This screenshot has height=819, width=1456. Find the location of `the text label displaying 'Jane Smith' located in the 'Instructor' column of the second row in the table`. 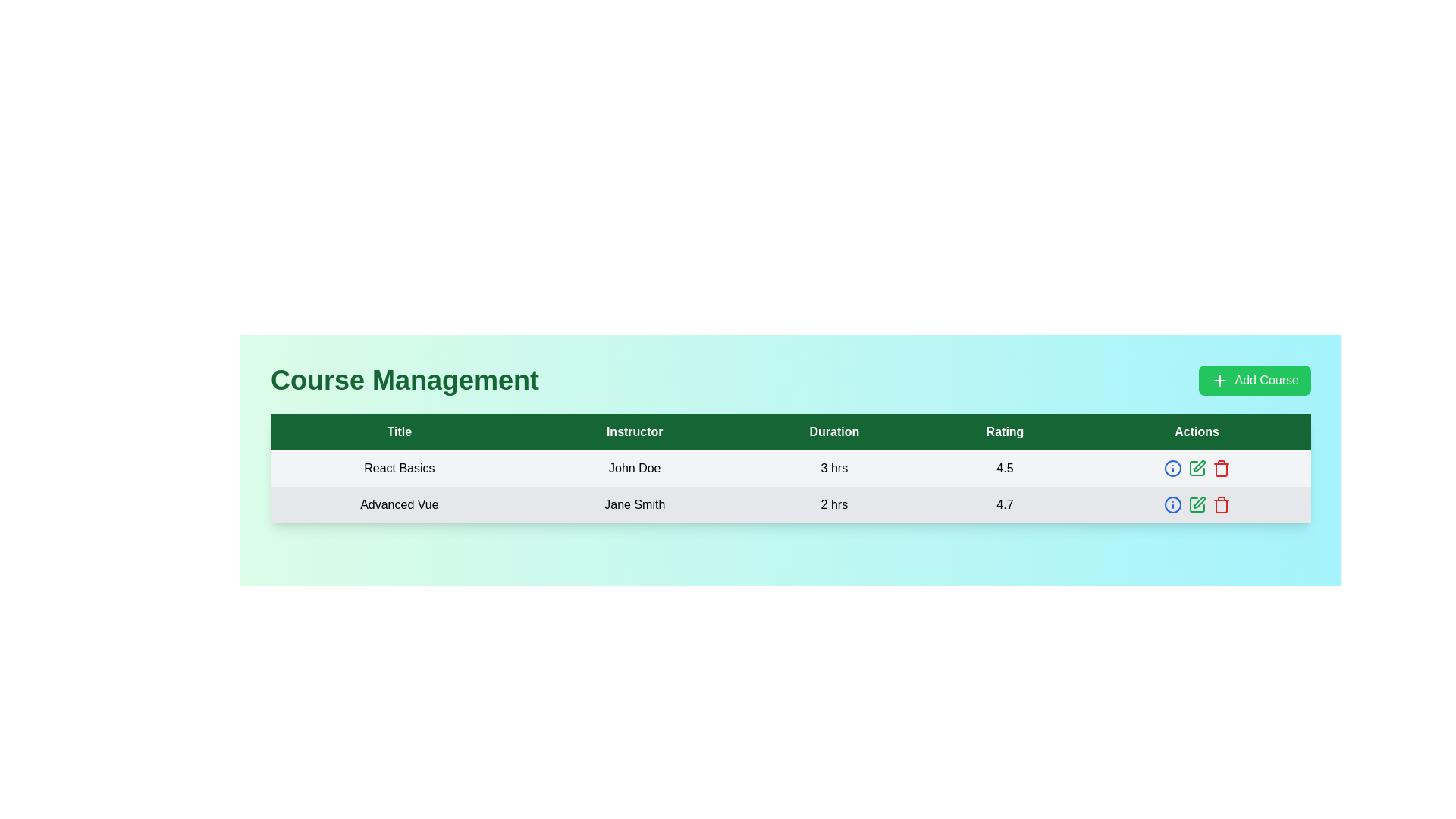

the text label displaying 'Jane Smith' located in the 'Instructor' column of the second row in the table is located at coordinates (635, 505).